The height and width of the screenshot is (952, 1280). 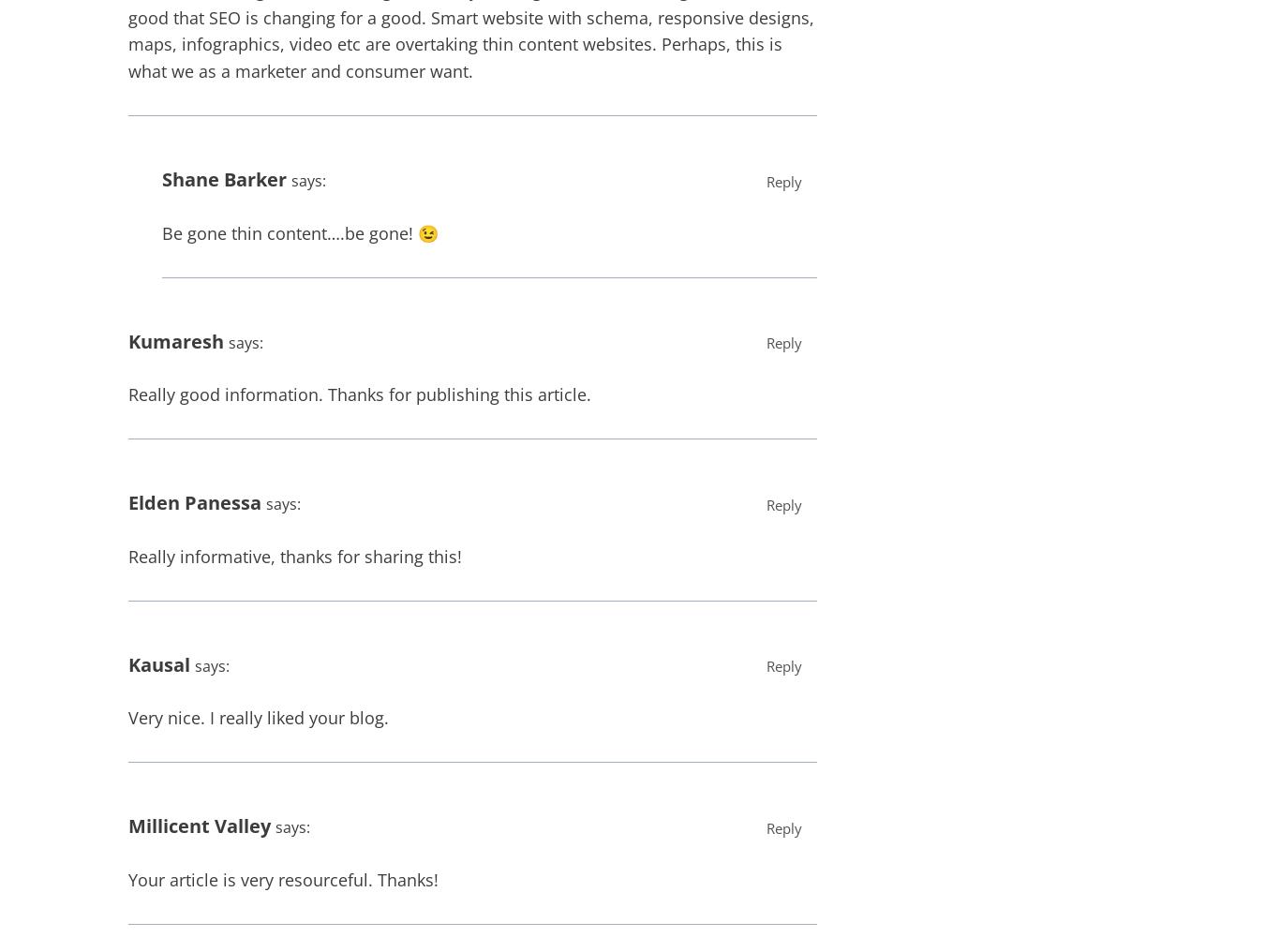 What do you see at coordinates (198, 825) in the screenshot?
I see `'Millicent Valley'` at bounding box center [198, 825].